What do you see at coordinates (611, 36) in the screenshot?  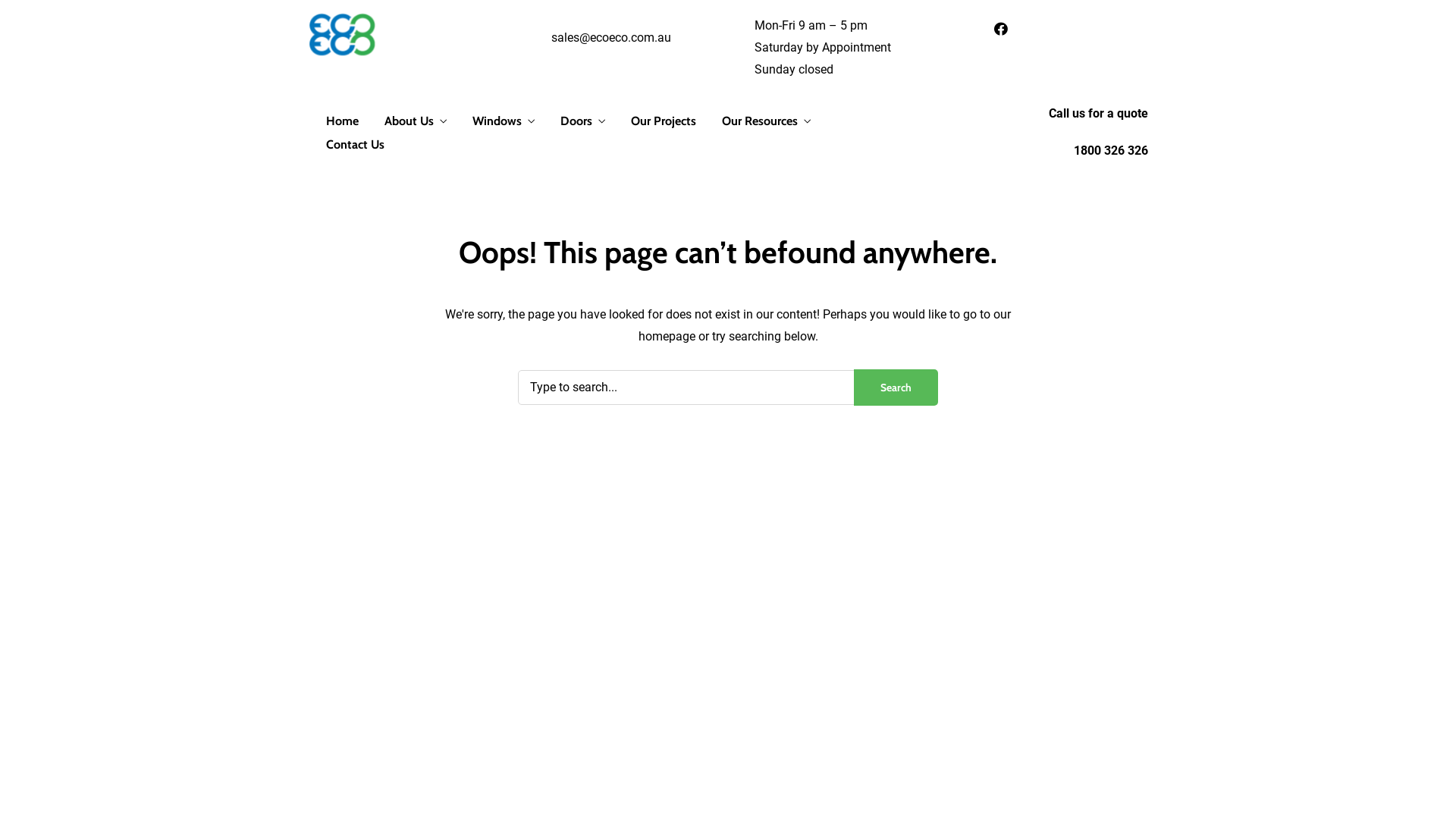 I see `'sales@ecoeco.com.au'` at bounding box center [611, 36].